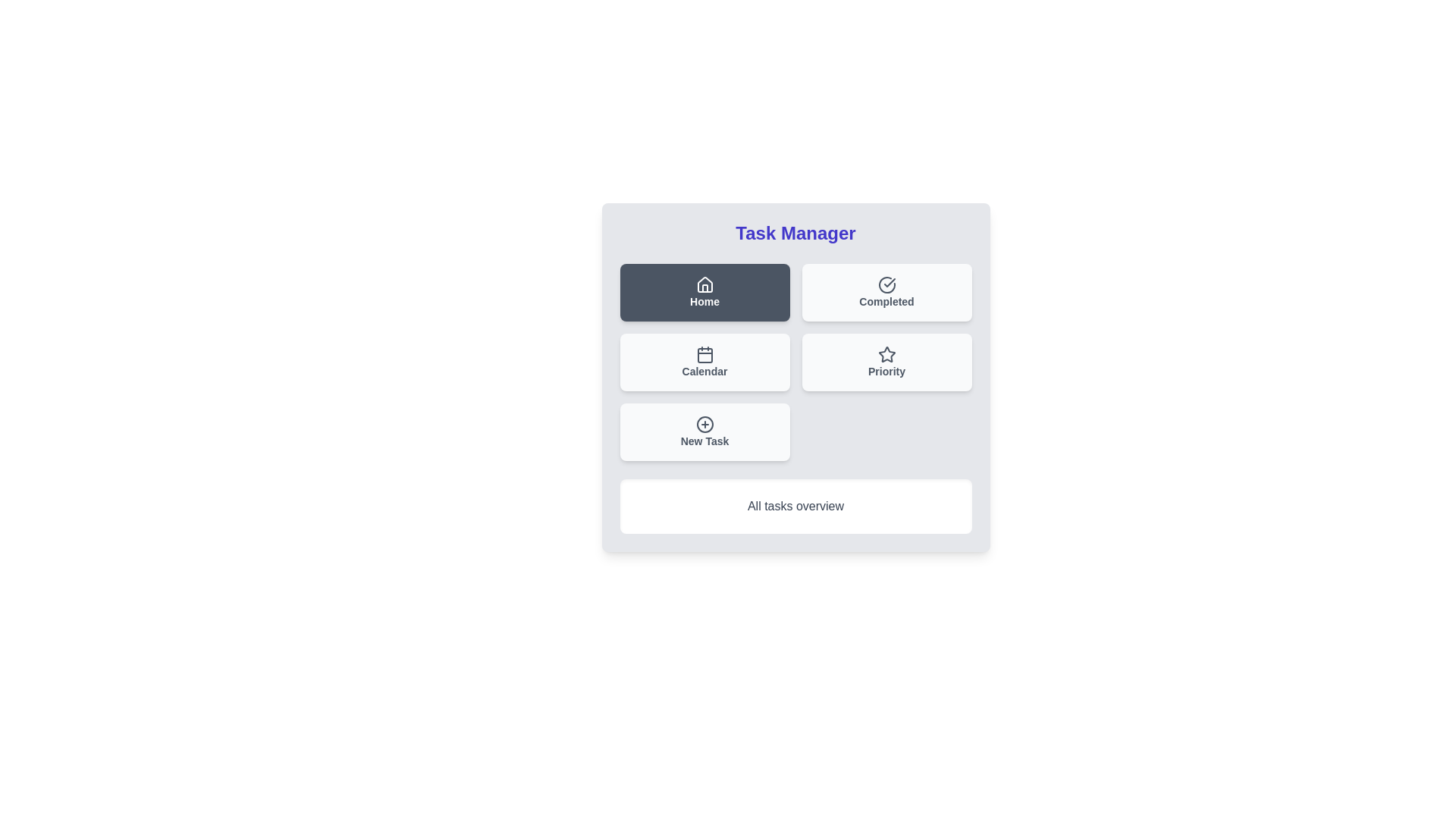  I want to click on the rectangular button with rounded corners that has a dark gray background and white 'Home' text below a house icon, located at the top-left corner of the button grid, so click(704, 292).